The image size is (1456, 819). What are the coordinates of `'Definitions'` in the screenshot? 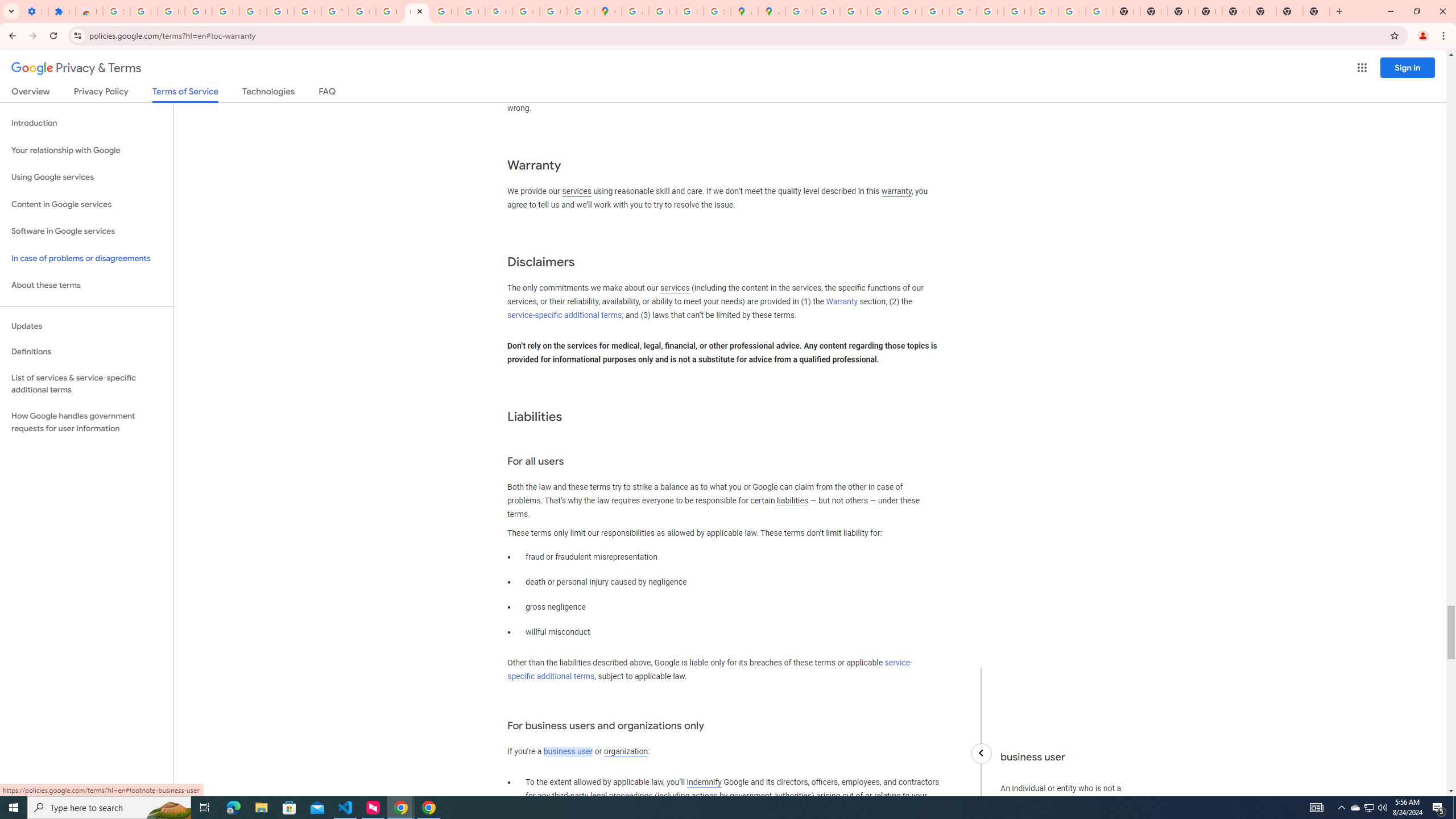 It's located at (86, 351).